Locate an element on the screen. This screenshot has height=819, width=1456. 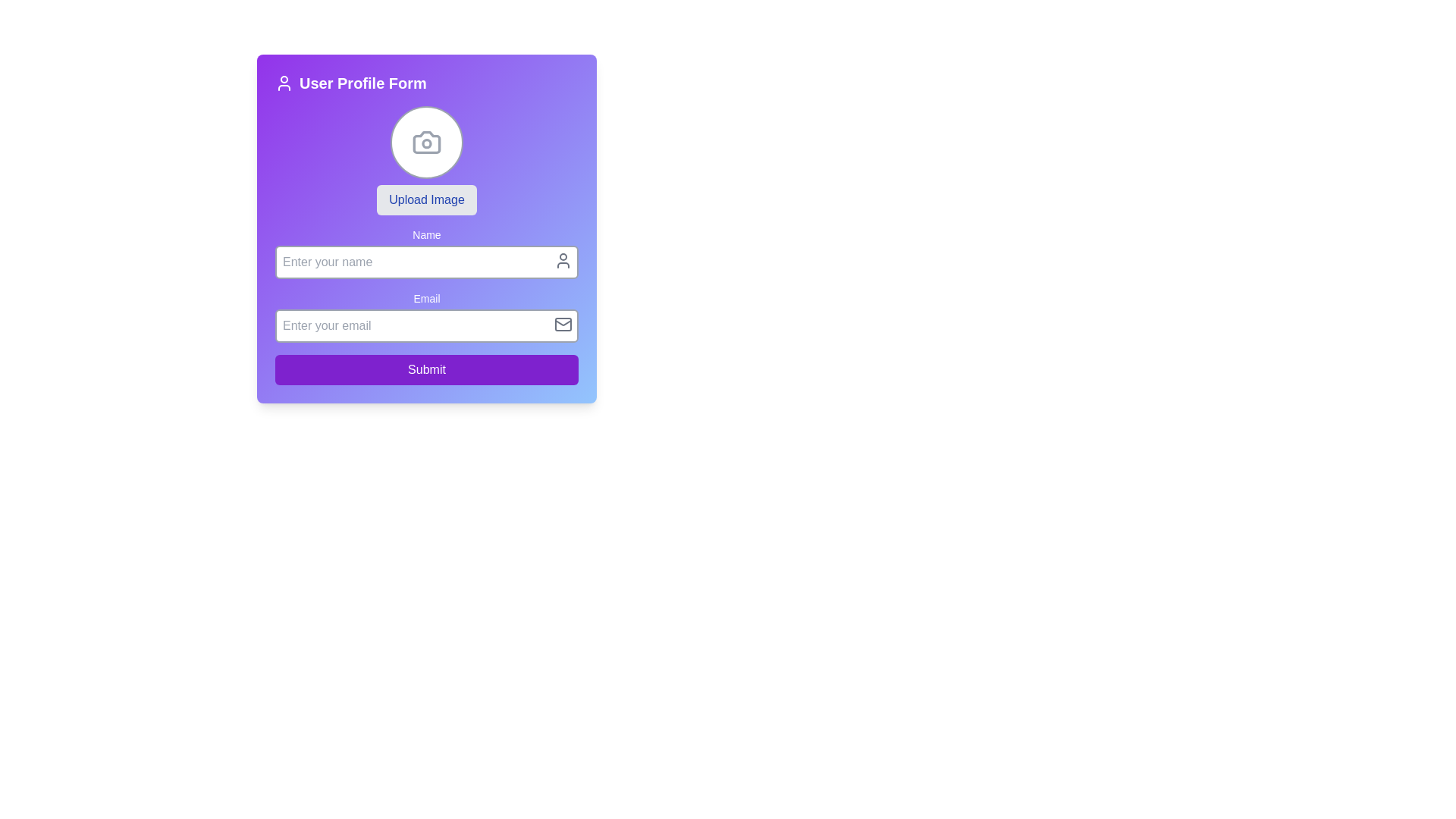
the decorative icon base that is part of the envelope icon indicating the email input field, located on the right side of the email input area is located at coordinates (563, 324).